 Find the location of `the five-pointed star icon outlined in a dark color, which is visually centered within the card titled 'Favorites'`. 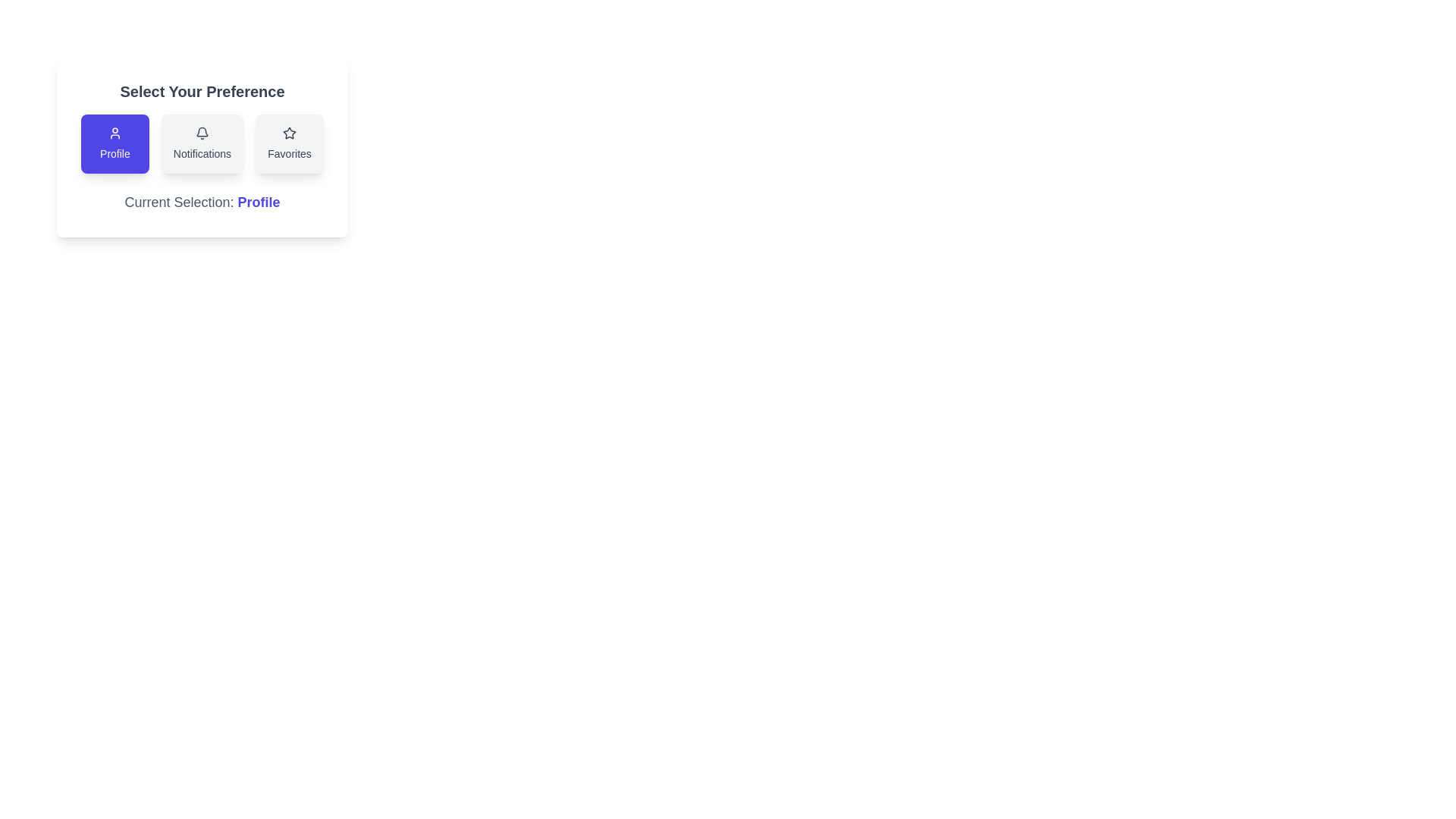

the five-pointed star icon outlined in a dark color, which is visually centered within the card titled 'Favorites' is located at coordinates (290, 133).